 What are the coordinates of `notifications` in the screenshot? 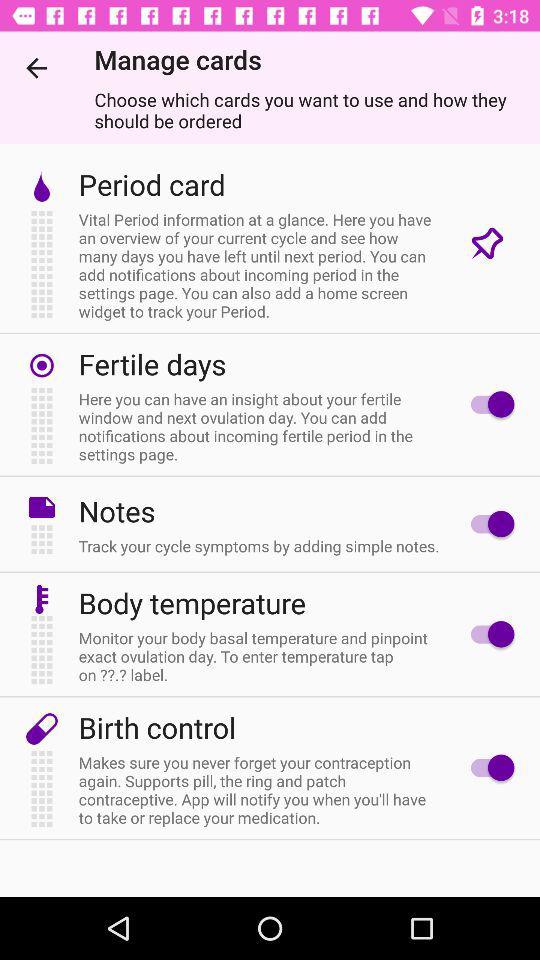 It's located at (486, 403).